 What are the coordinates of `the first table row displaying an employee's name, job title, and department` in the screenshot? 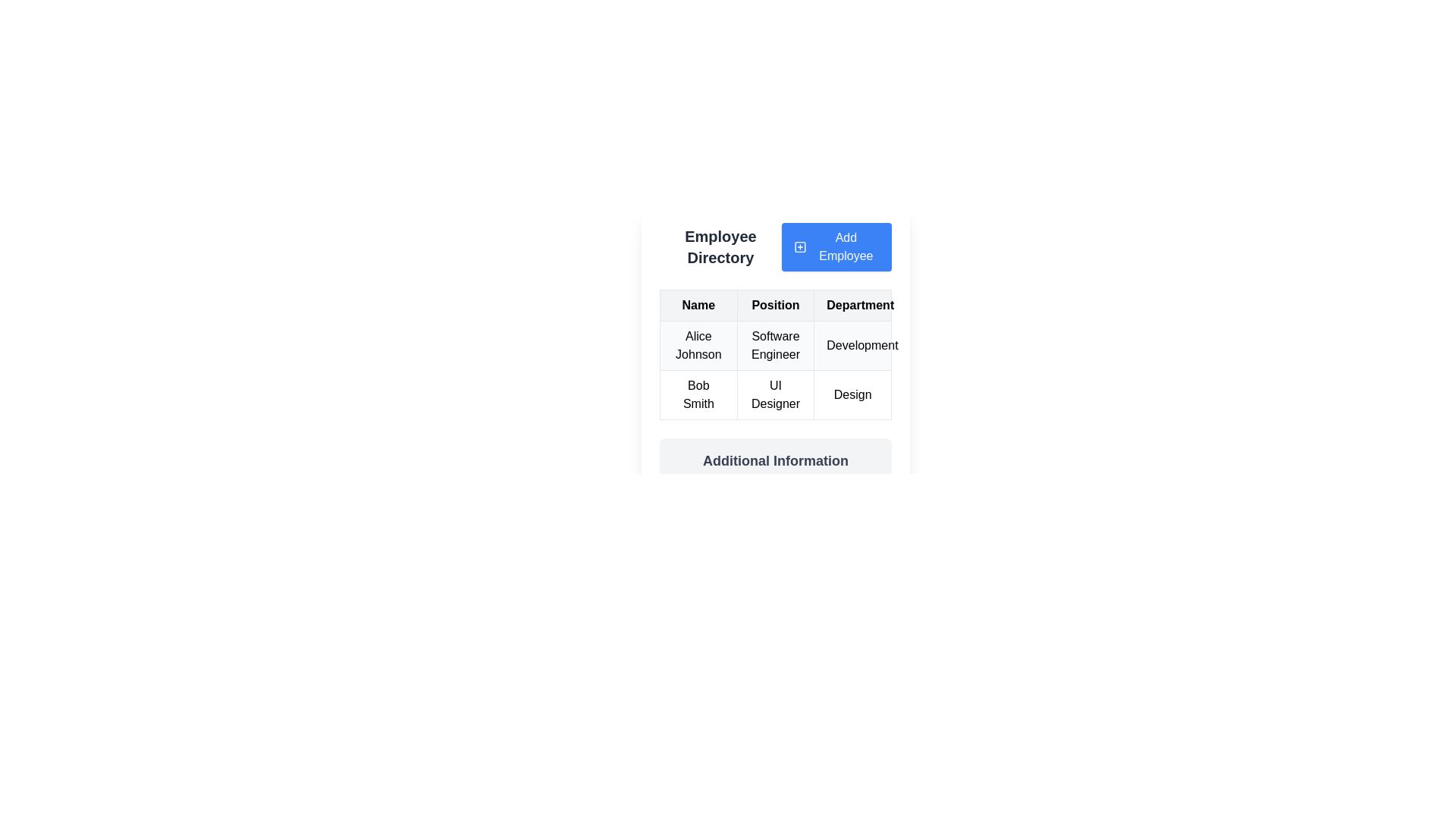 It's located at (775, 345).